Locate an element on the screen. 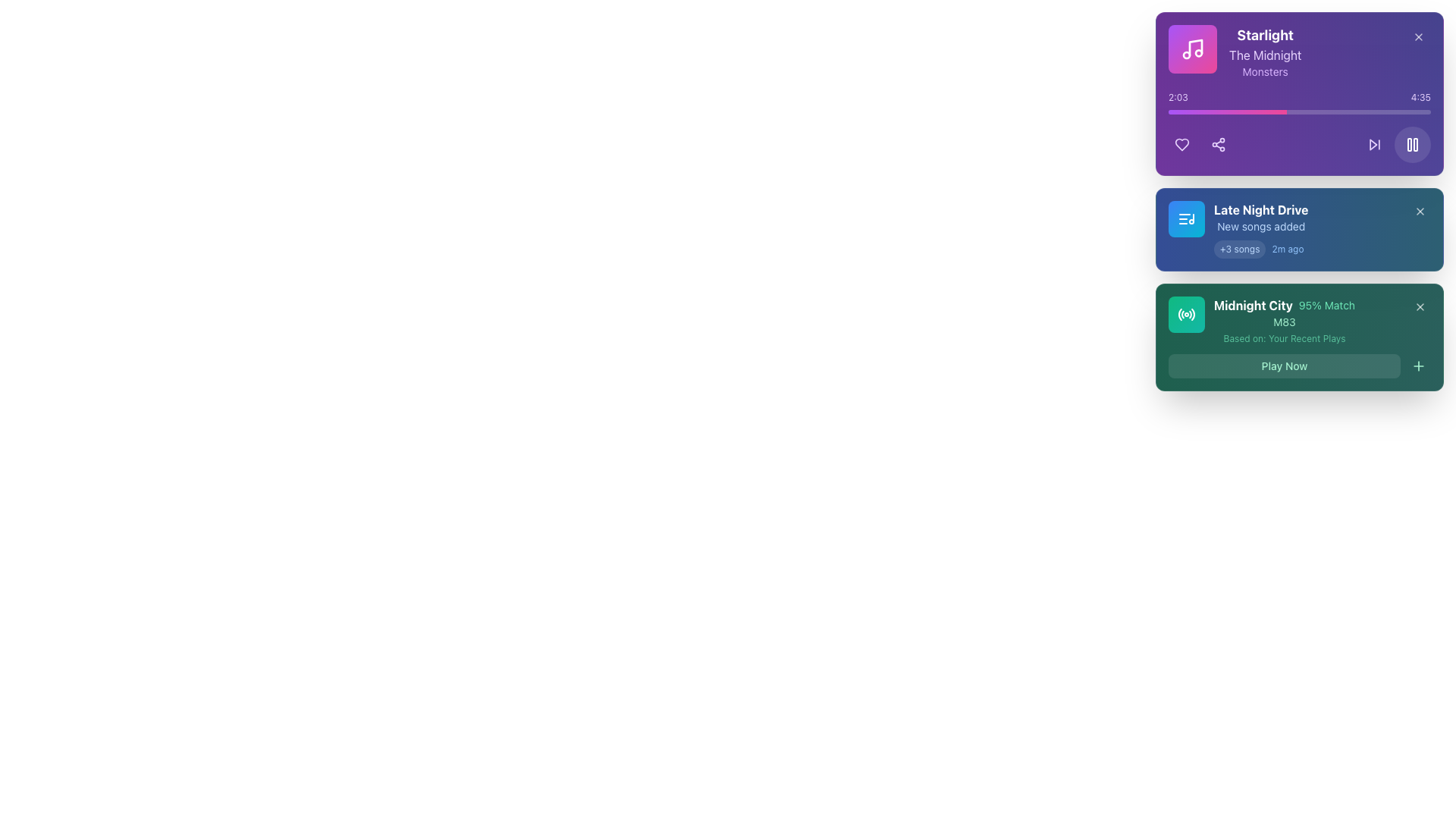 The width and height of the screenshot is (1456, 819). the buttons or links within the Information Card displaying 'Late Night Drive' and '+3 songs 2m ago' is located at coordinates (1298, 201).